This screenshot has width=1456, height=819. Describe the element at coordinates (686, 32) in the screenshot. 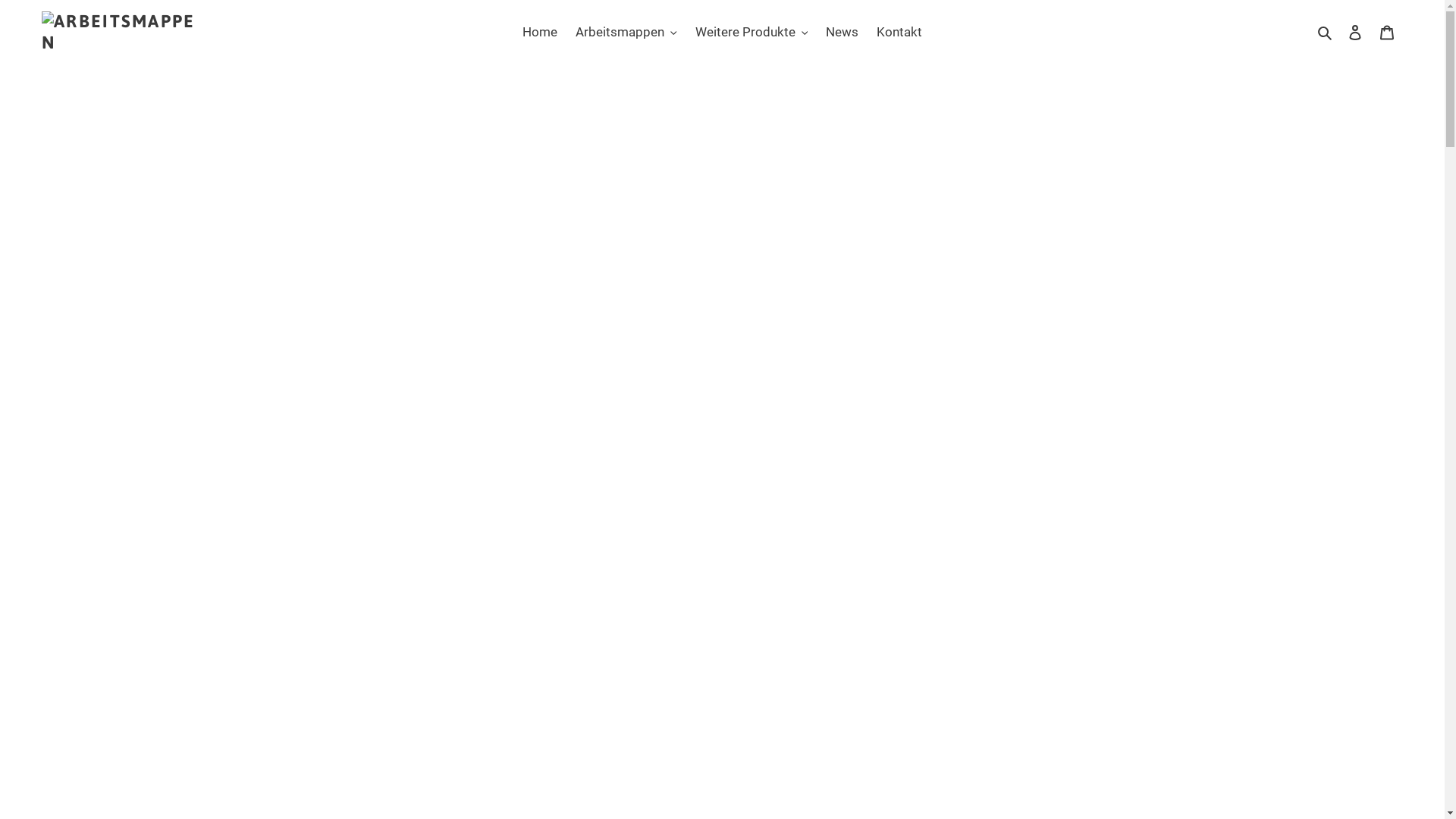

I see `'Weitere Produkte'` at that location.